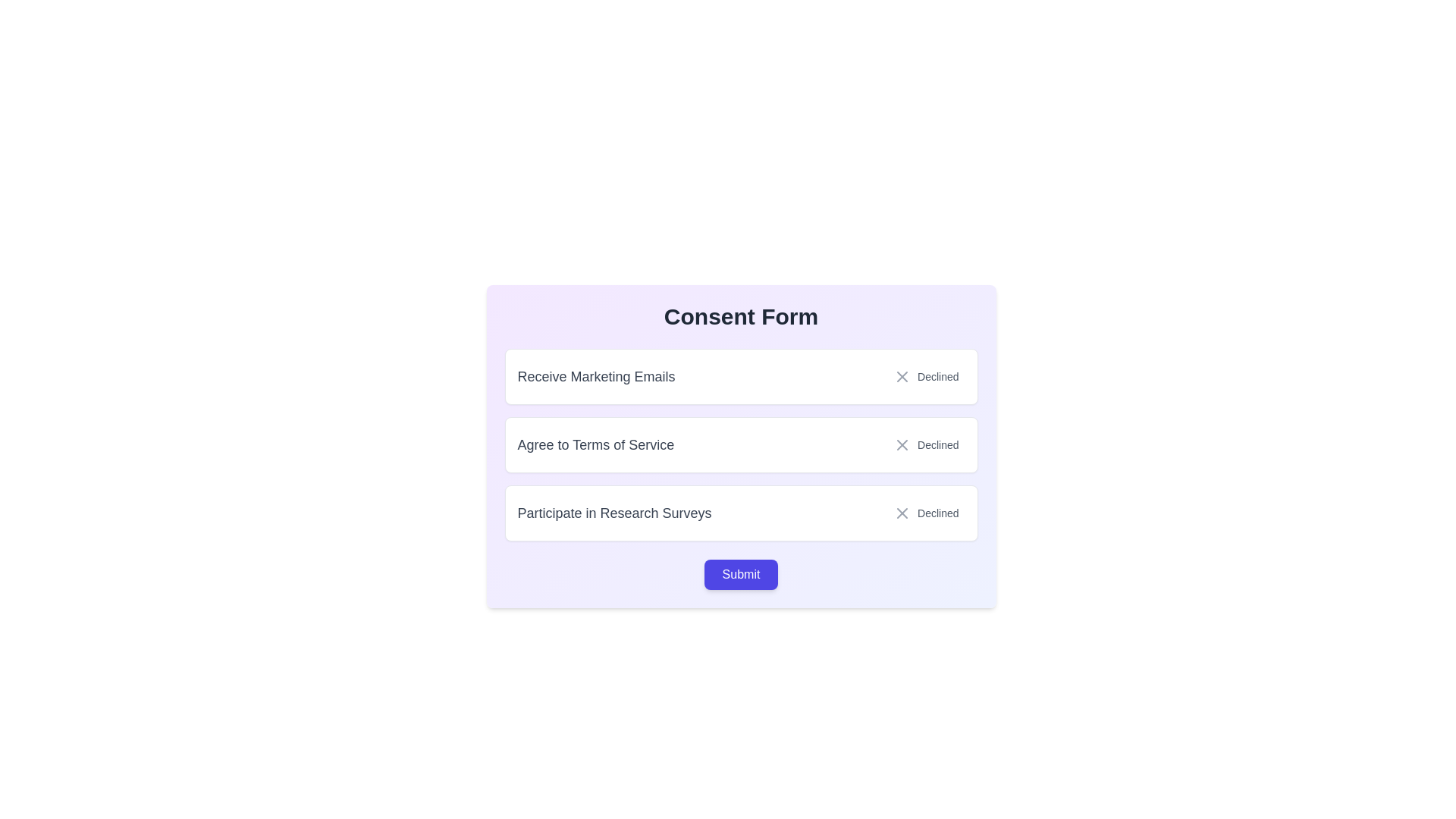  I want to click on the 'Declined' button in the Interactive option block of the Consent Form, so click(741, 446).